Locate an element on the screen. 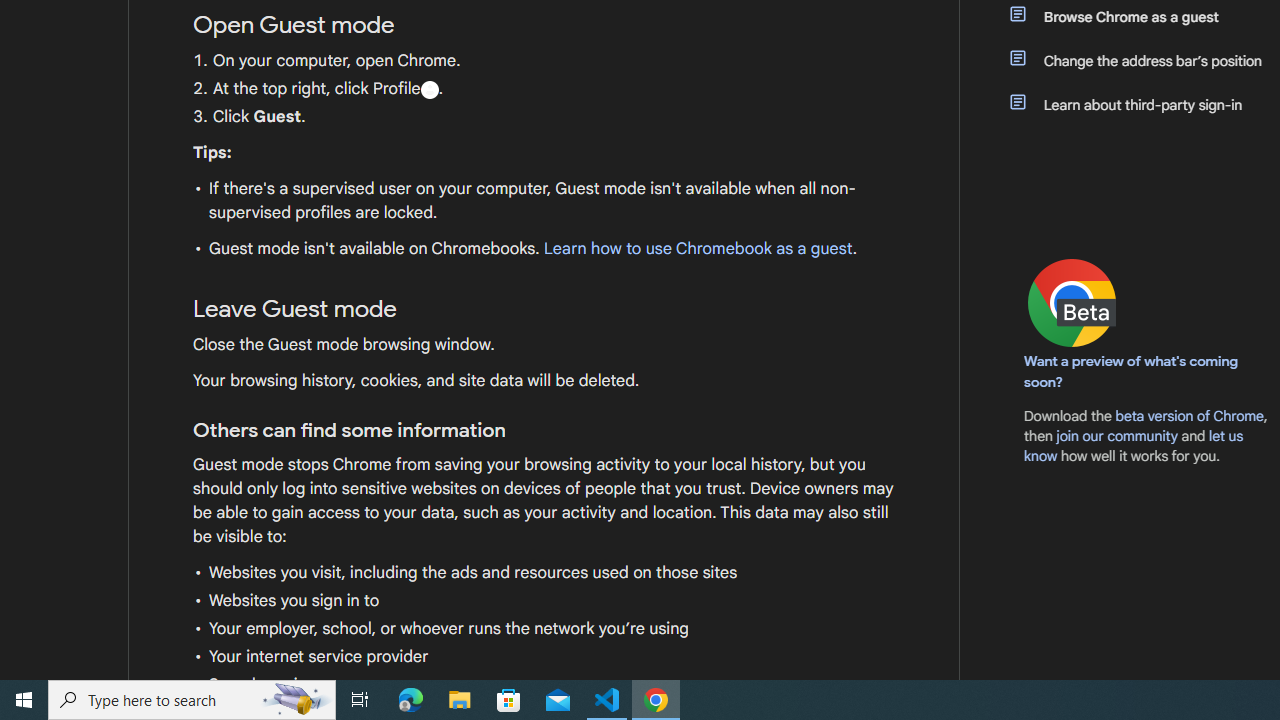 This screenshot has height=720, width=1280. 'Learn how to use Chromebook as a guest' is located at coordinates (697, 248).